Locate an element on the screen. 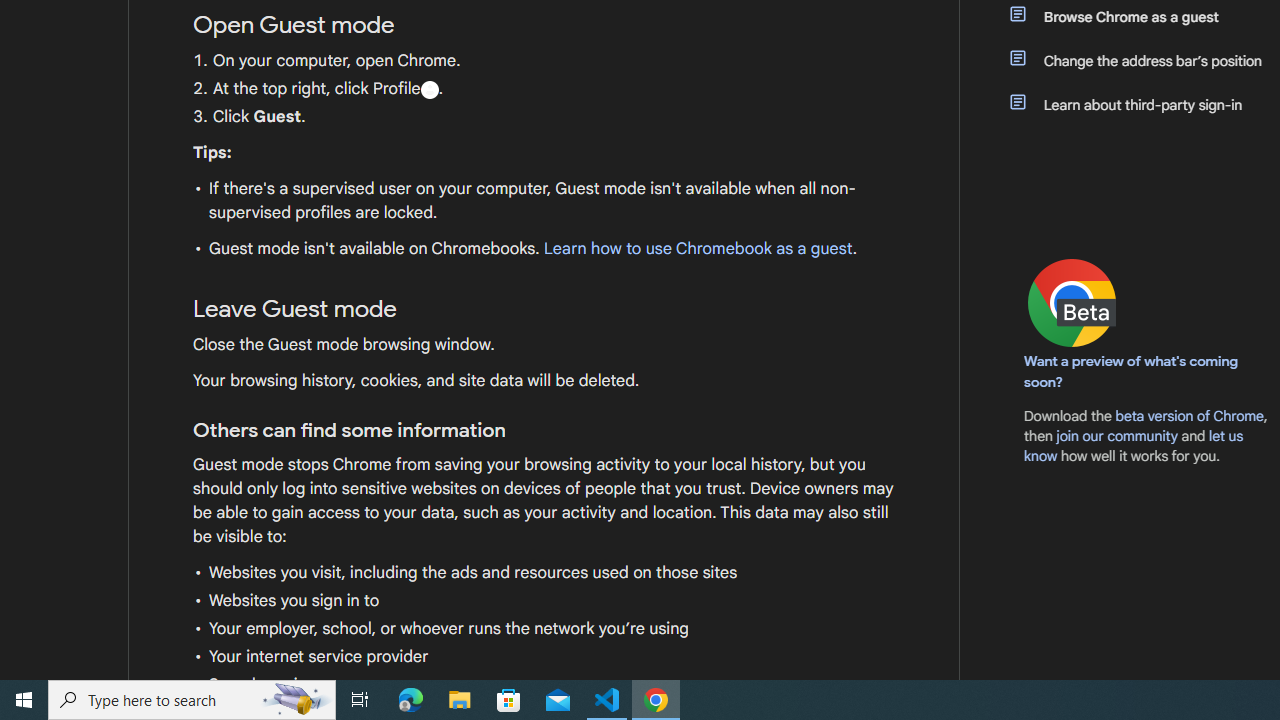 This screenshot has height=720, width=1280. 'Learn how to use Chromebook as a guest' is located at coordinates (697, 248).